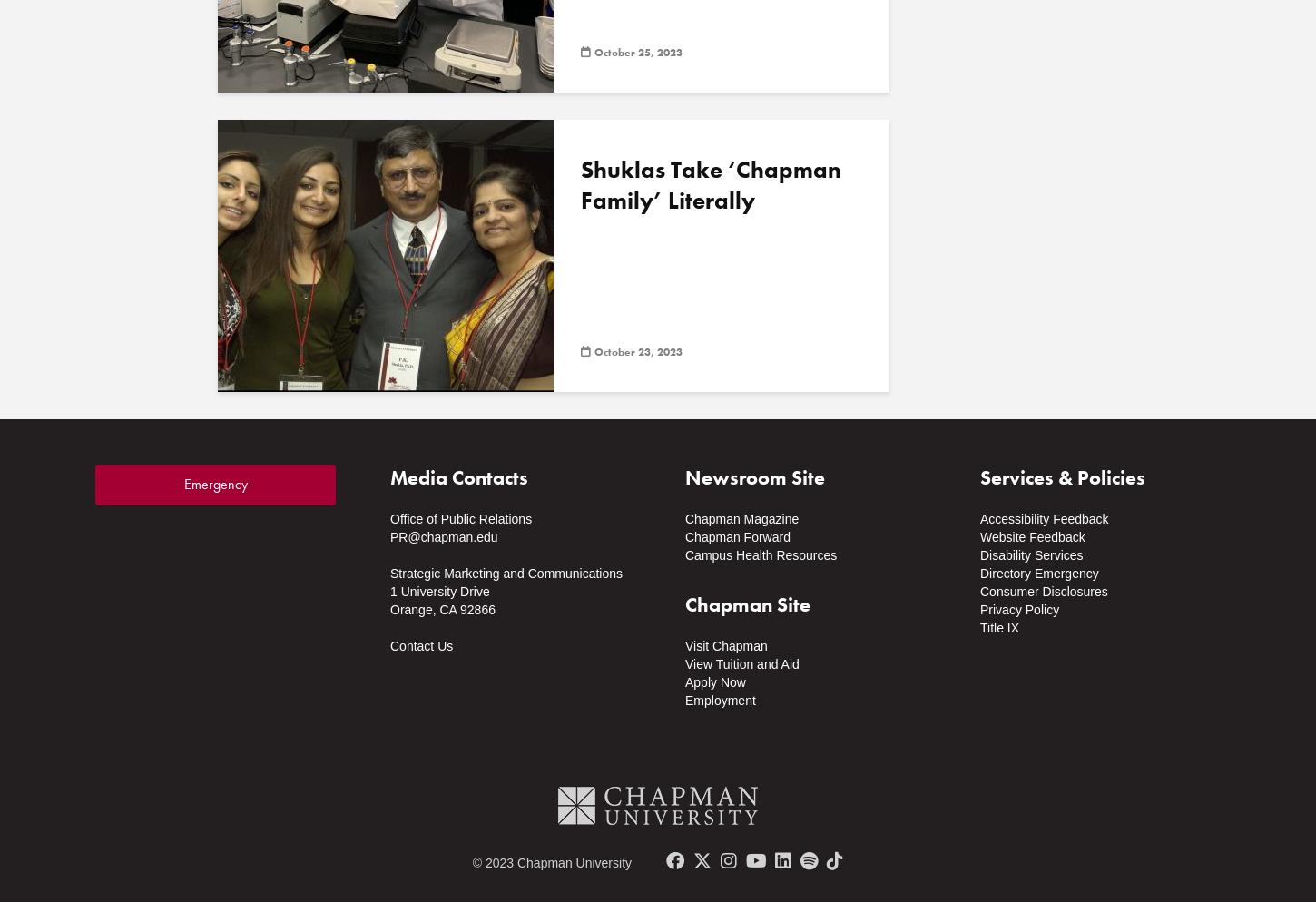 This screenshot has width=1316, height=902. What do you see at coordinates (420, 646) in the screenshot?
I see `'Contact Us'` at bounding box center [420, 646].